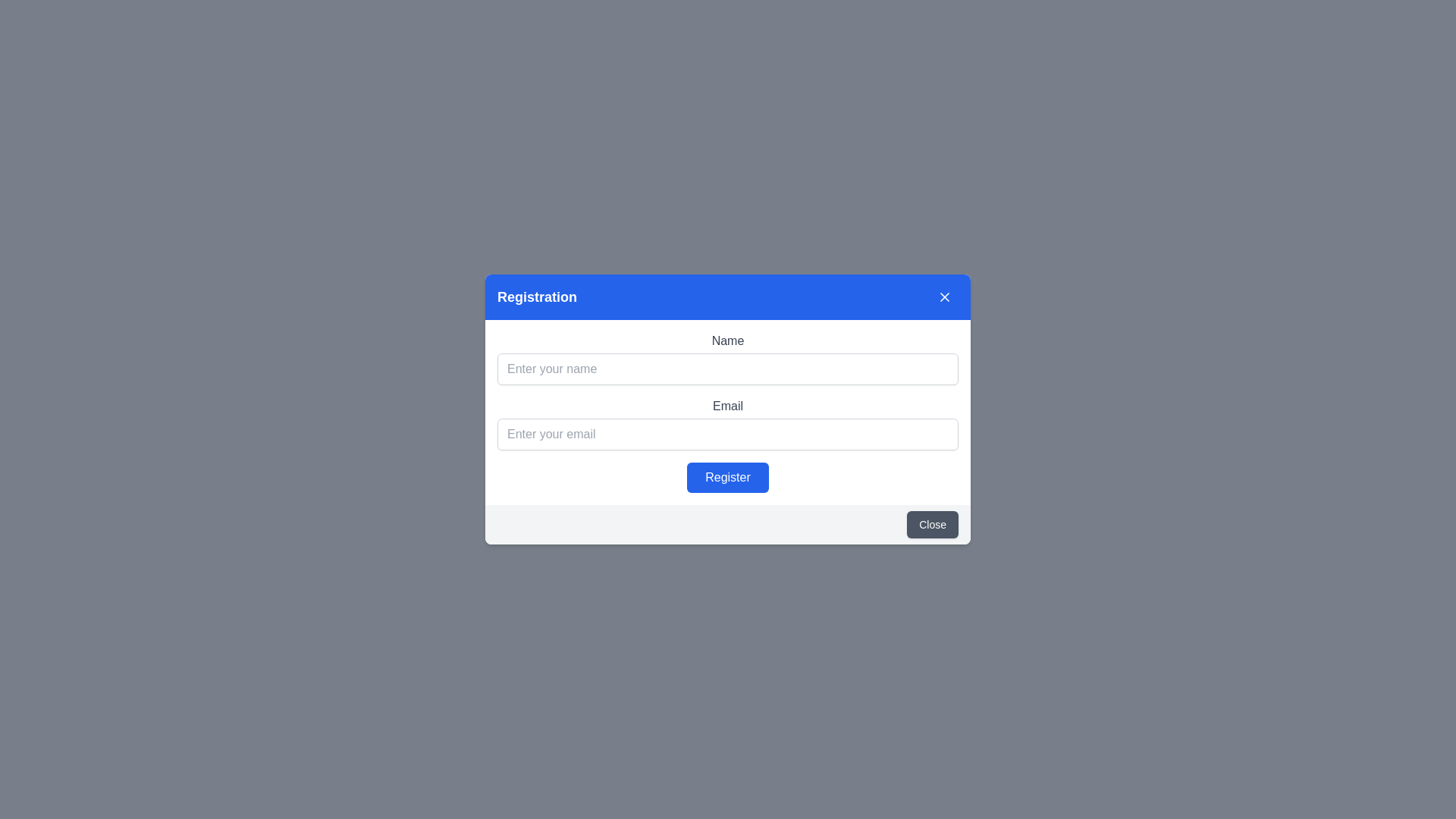  Describe the element at coordinates (728, 476) in the screenshot. I see `the blue rectangular button labeled 'Register' for accessibility interaction` at that location.